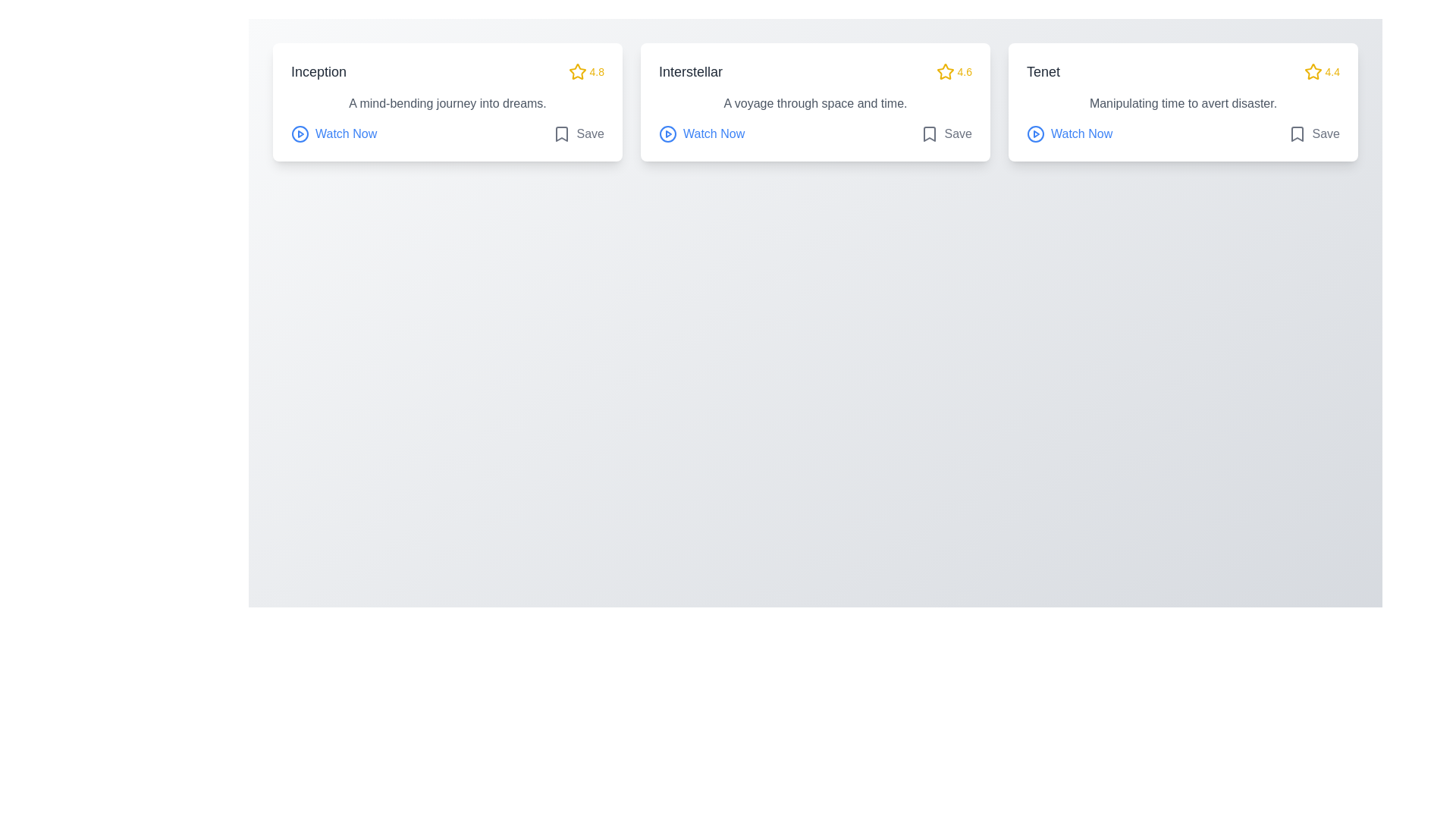 The image size is (1456, 819). Describe the element at coordinates (576, 72) in the screenshot. I see `the static decorative rating icon positioned in the top-right corner of the card titled 'Inception', which aligns with the numeric rating '4.8'` at that location.